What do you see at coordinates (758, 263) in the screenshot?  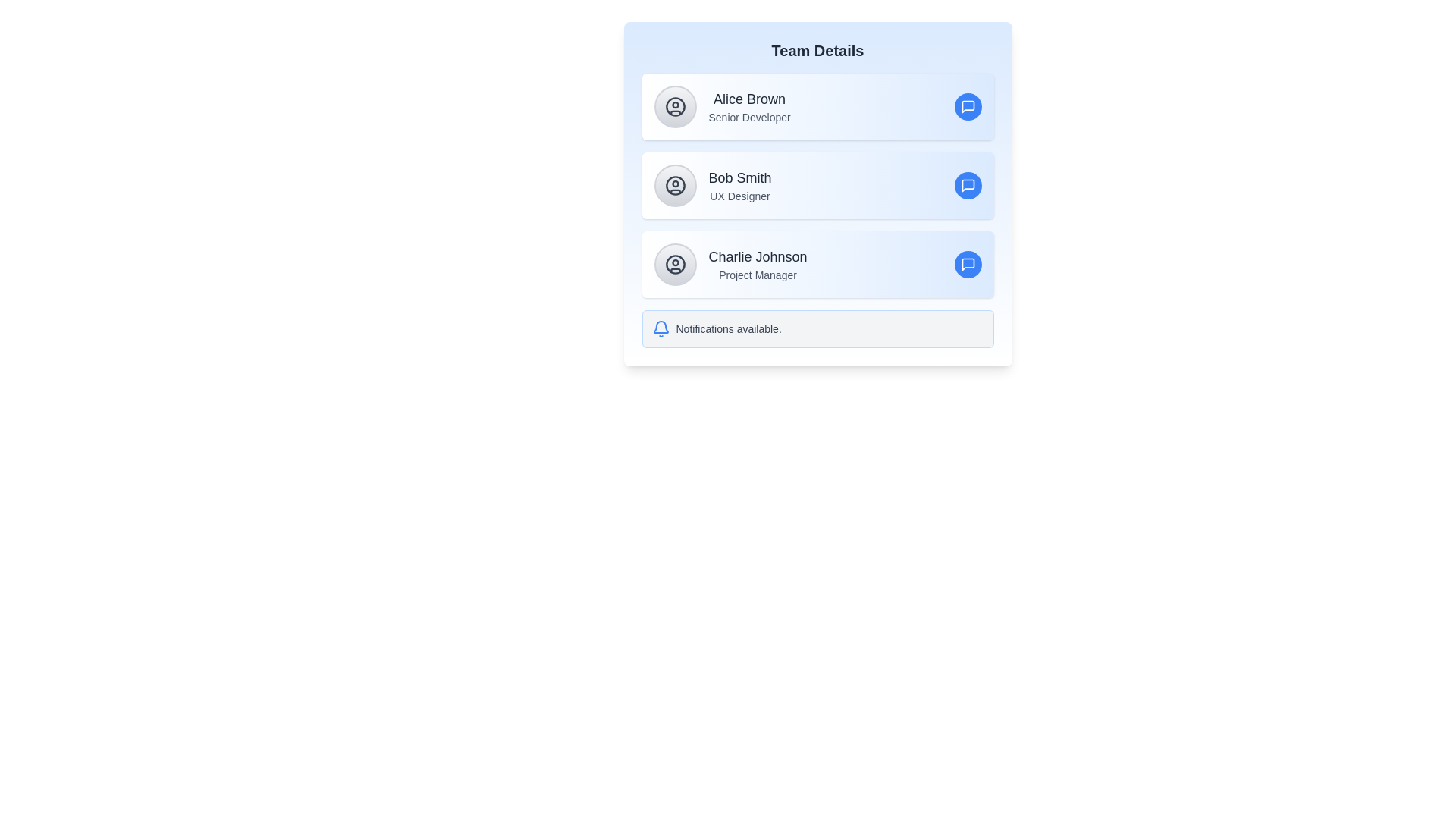 I see `the text display for 'Charlie Johnson', a team member card styled with a medium-sized bold dark gray font and a light blue gradient background, located within the 'Team Details' panel` at bounding box center [758, 263].